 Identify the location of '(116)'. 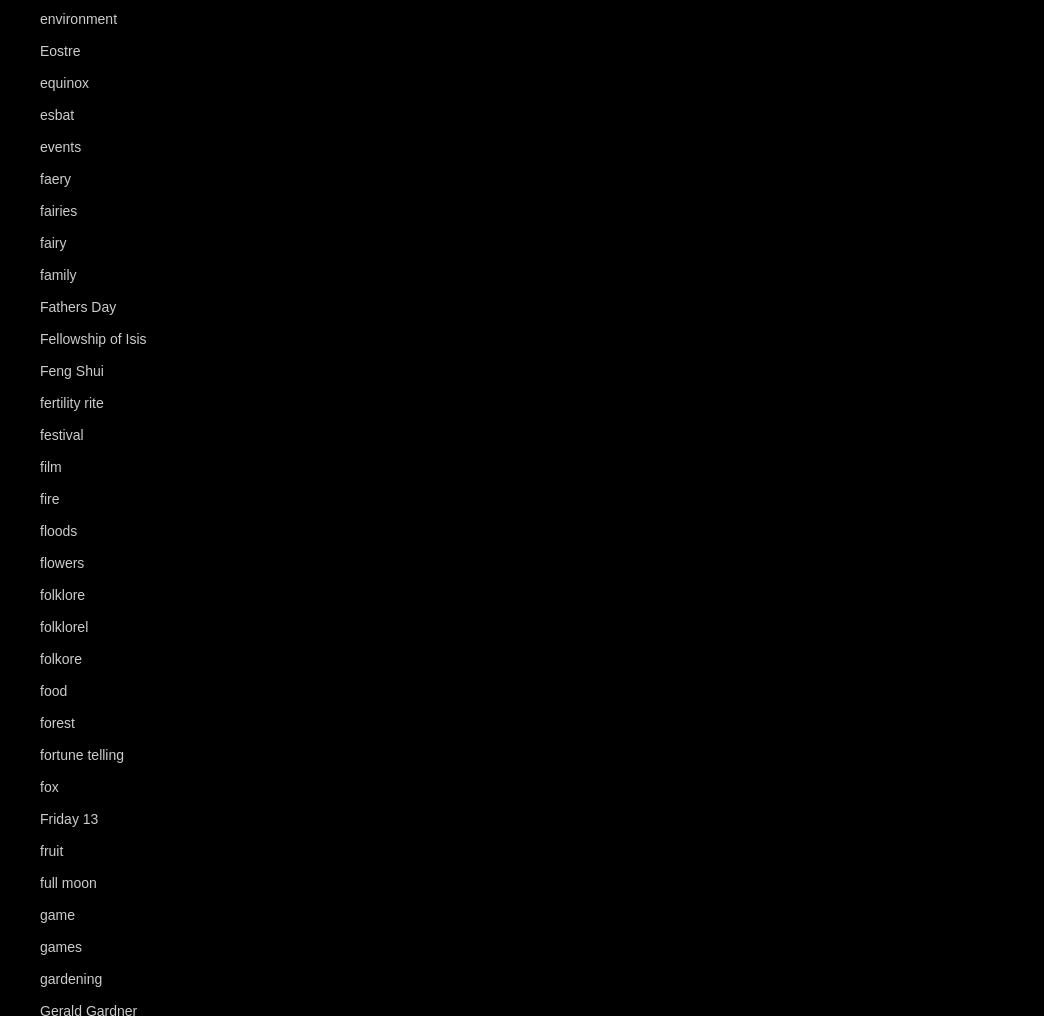
(116, 883).